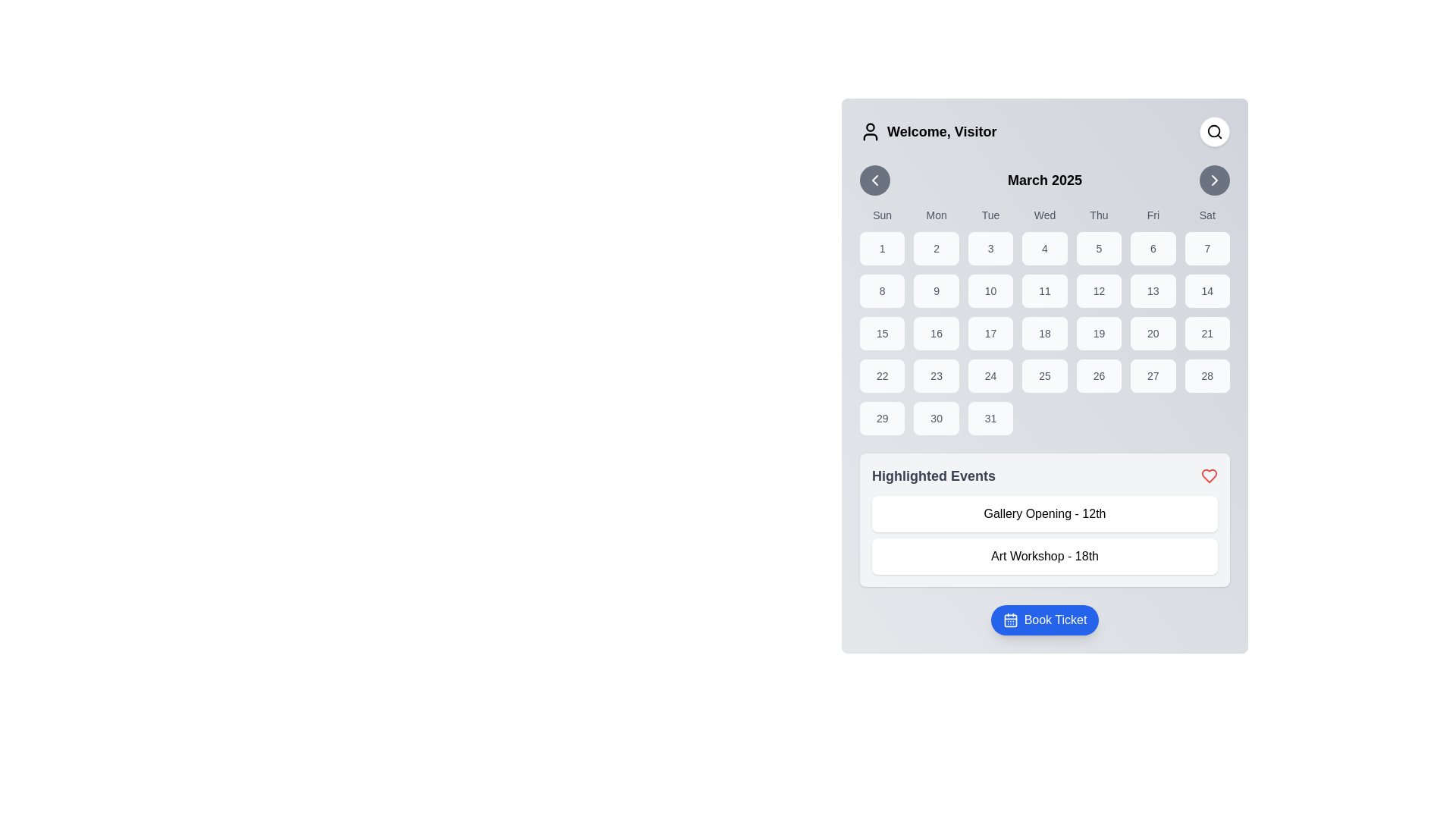  Describe the element at coordinates (882, 215) in the screenshot. I see `the static text label displaying the abbreviation 'Sun', which is styled in medium gray and positioned as the first label in the row of weekday abbreviations for Sunday` at that location.